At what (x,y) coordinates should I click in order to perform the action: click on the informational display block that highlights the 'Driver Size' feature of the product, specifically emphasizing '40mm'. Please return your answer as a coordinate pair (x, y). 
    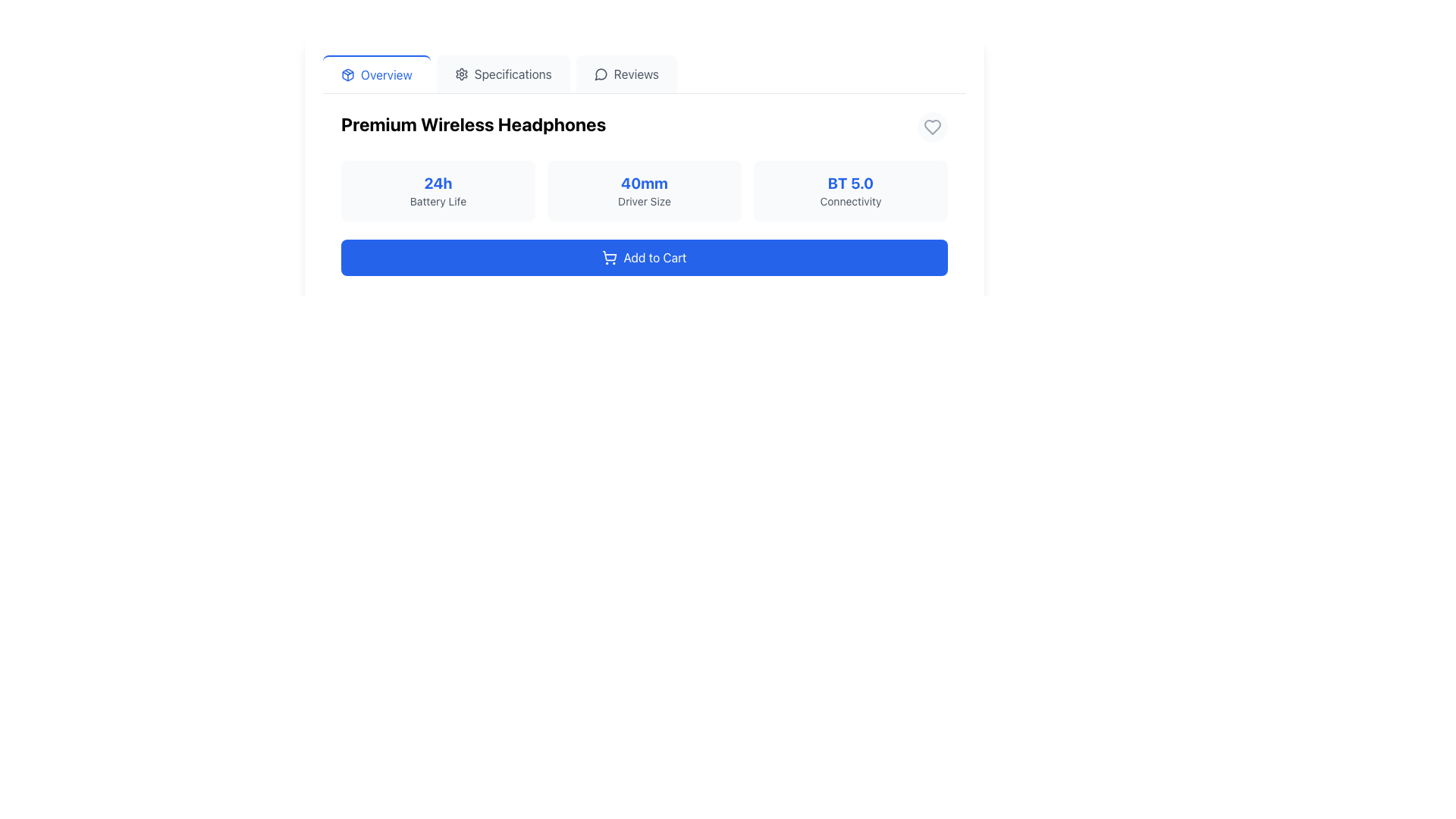
    Looking at the image, I should click on (644, 166).